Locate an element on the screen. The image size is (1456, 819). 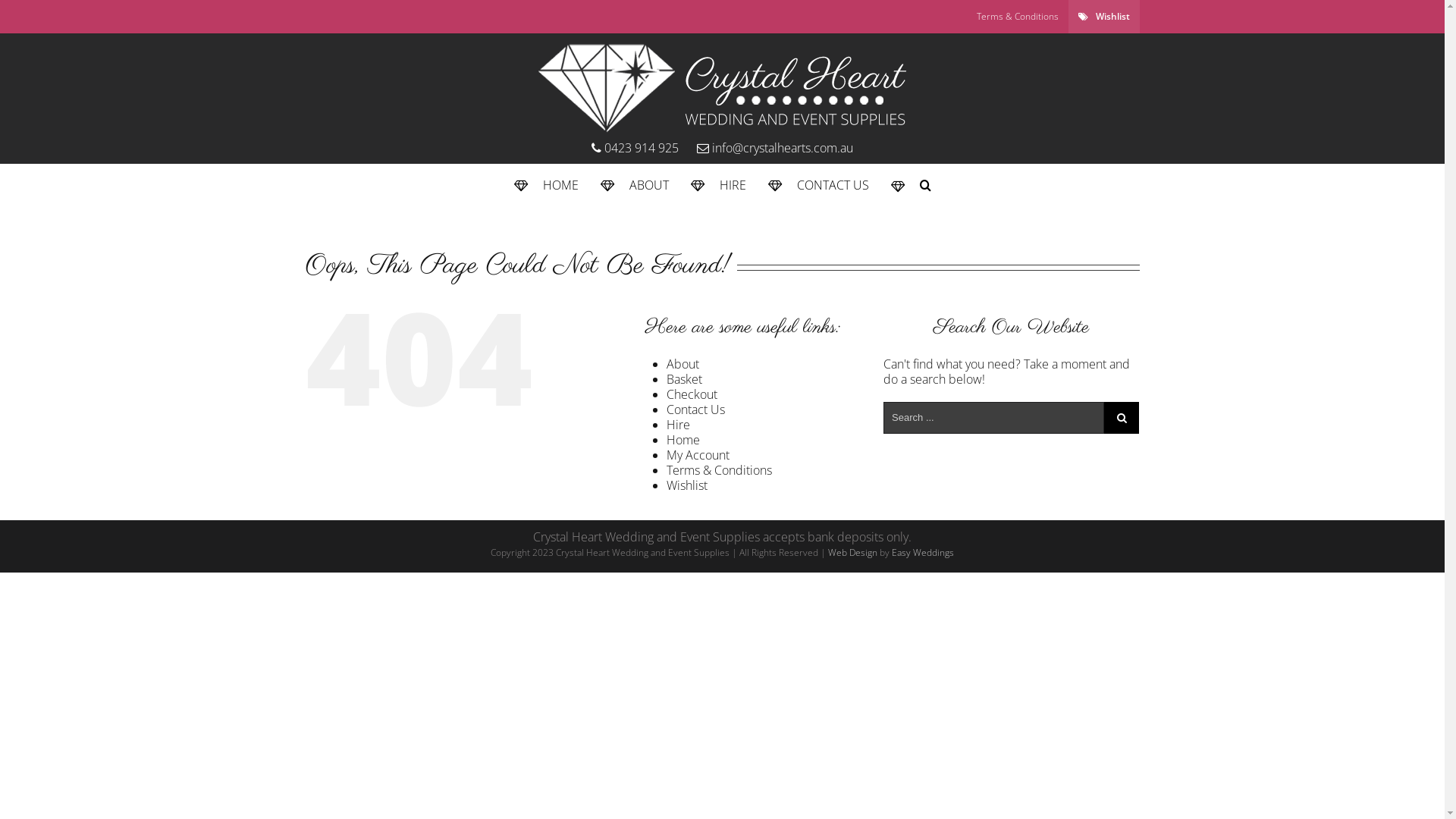
'HOME' is located at coordinates (513, 184).